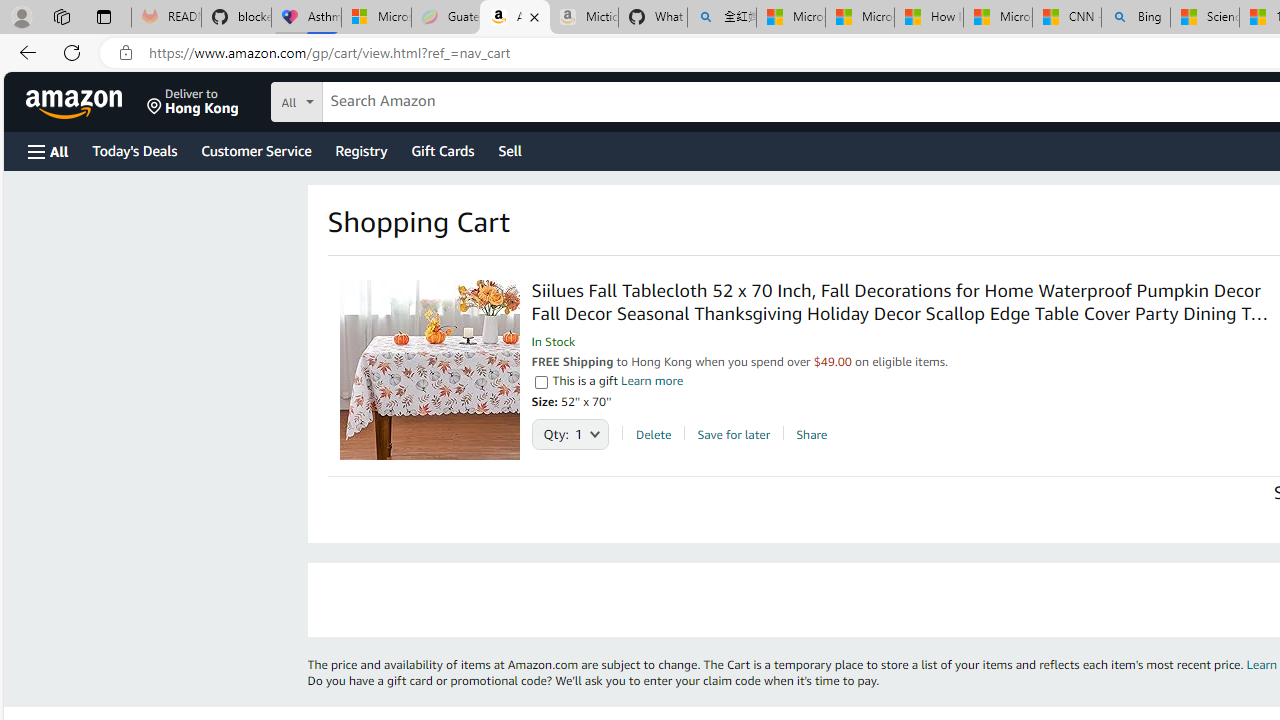 The width and height of the screenshot is (1280, 720). What do you see at coordinates (515, 17) in the screenshot?
I see `'Amazon.com Shopping Cart'` at bounding box center [515, 17].